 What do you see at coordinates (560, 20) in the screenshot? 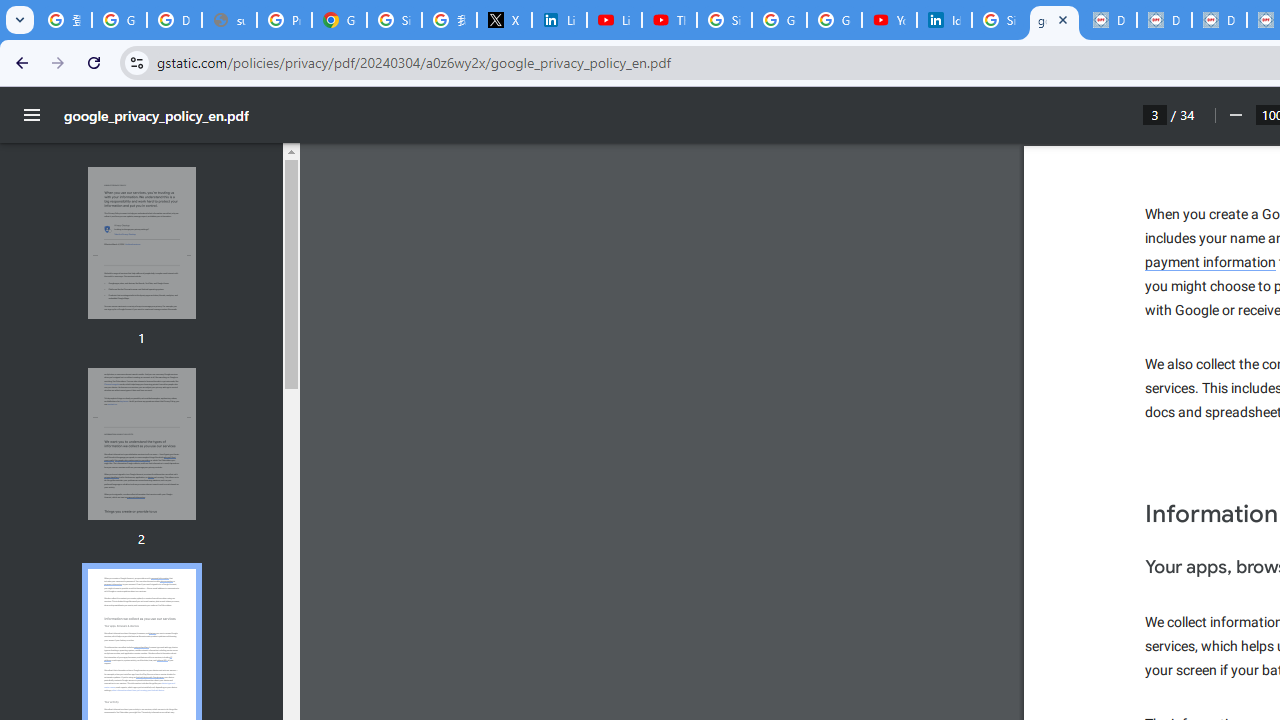
I see `'LinkedIn Privacy Policy'` at bounding box center [560, 20].